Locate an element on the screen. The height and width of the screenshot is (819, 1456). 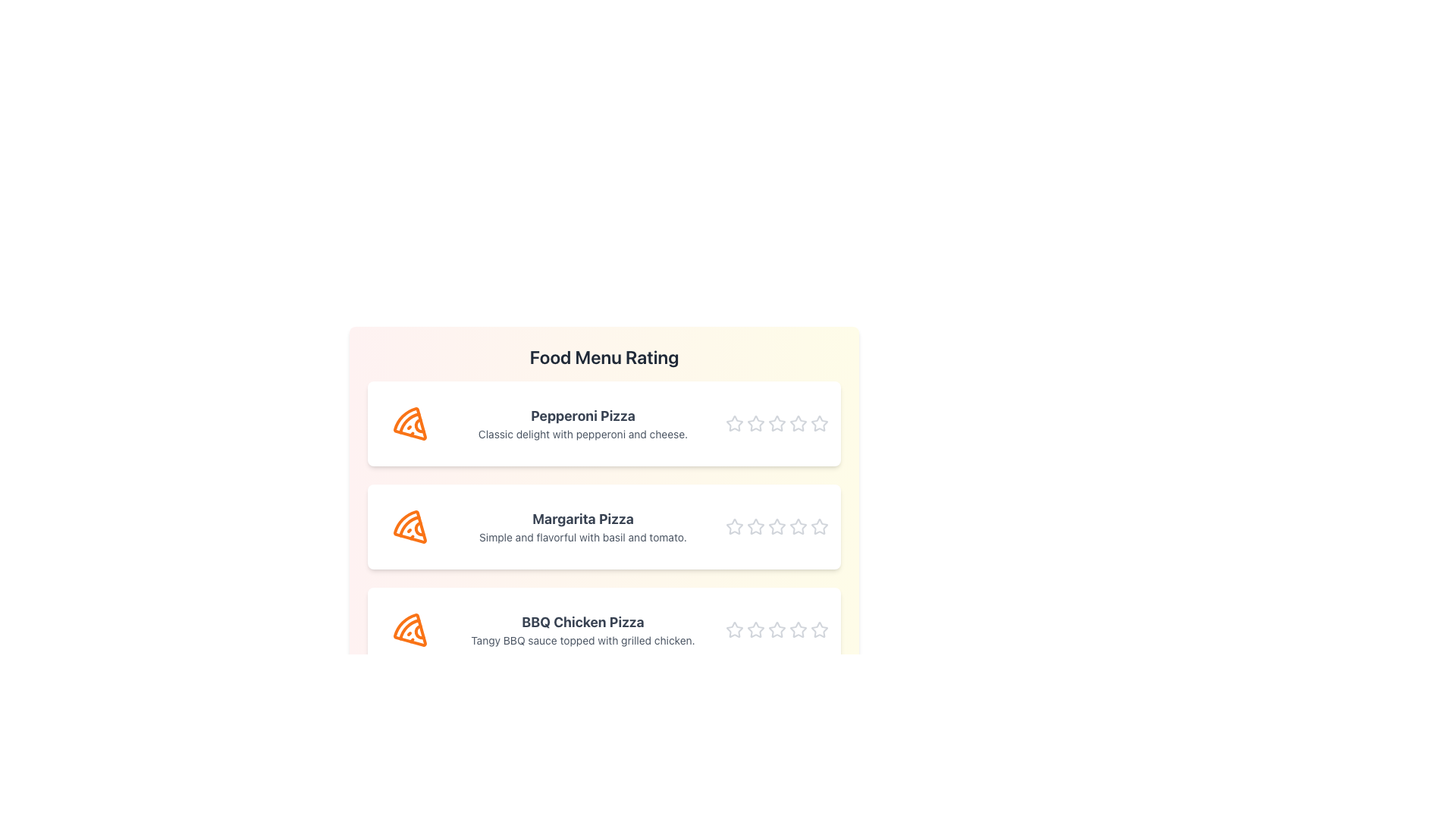
the fourth star icon in the rating system located to the right of the 'Pepperoni Pizza' label is located at coordinates (797, 424).